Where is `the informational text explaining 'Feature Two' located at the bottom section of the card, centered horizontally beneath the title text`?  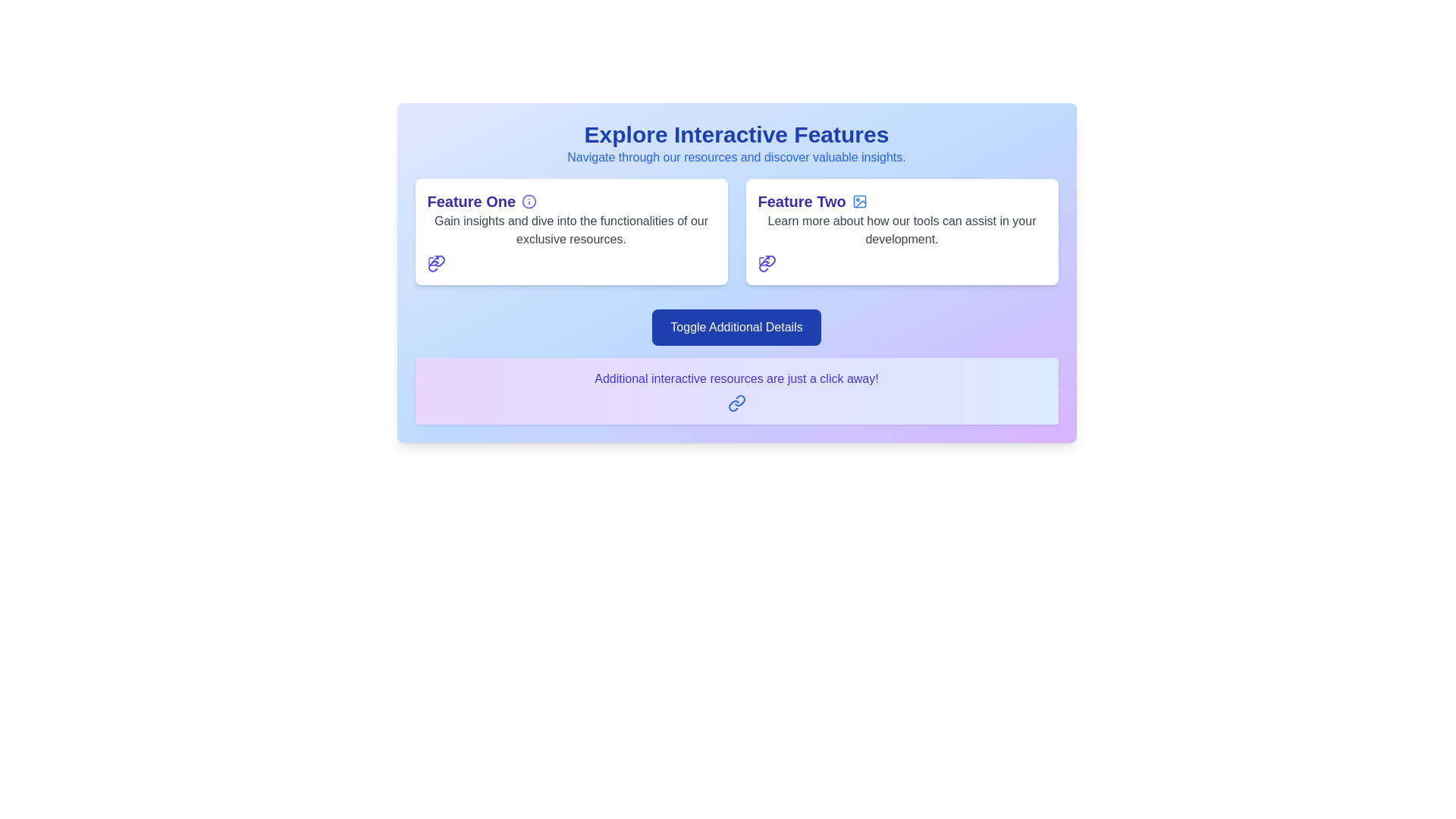
the informational text explaining 'Feature Two' located at the bottom section of the card, centered horizontally beneath the title text is located at coordinates (902, 231).